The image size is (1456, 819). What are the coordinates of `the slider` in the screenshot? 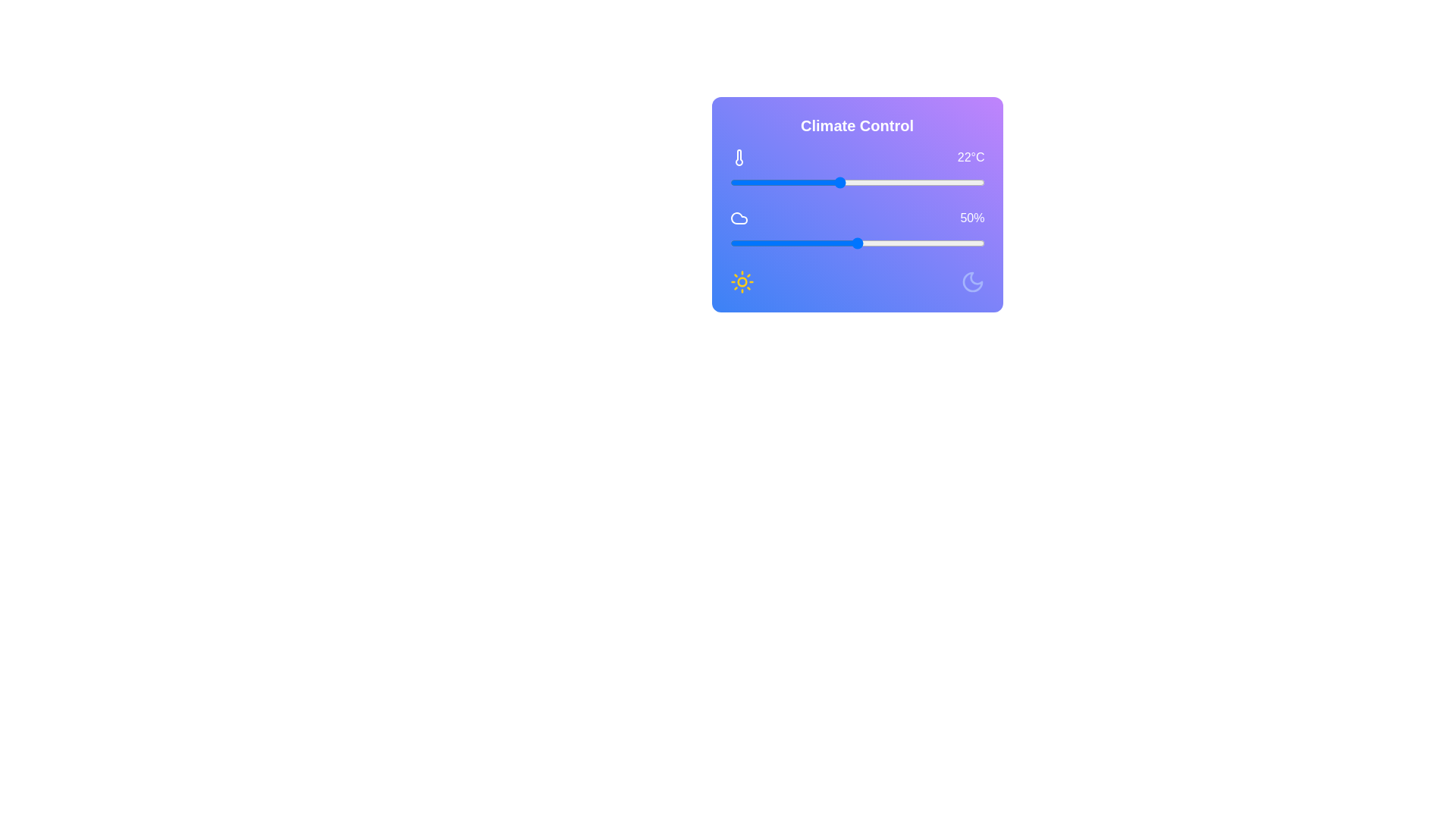 It's located at (950, 218).